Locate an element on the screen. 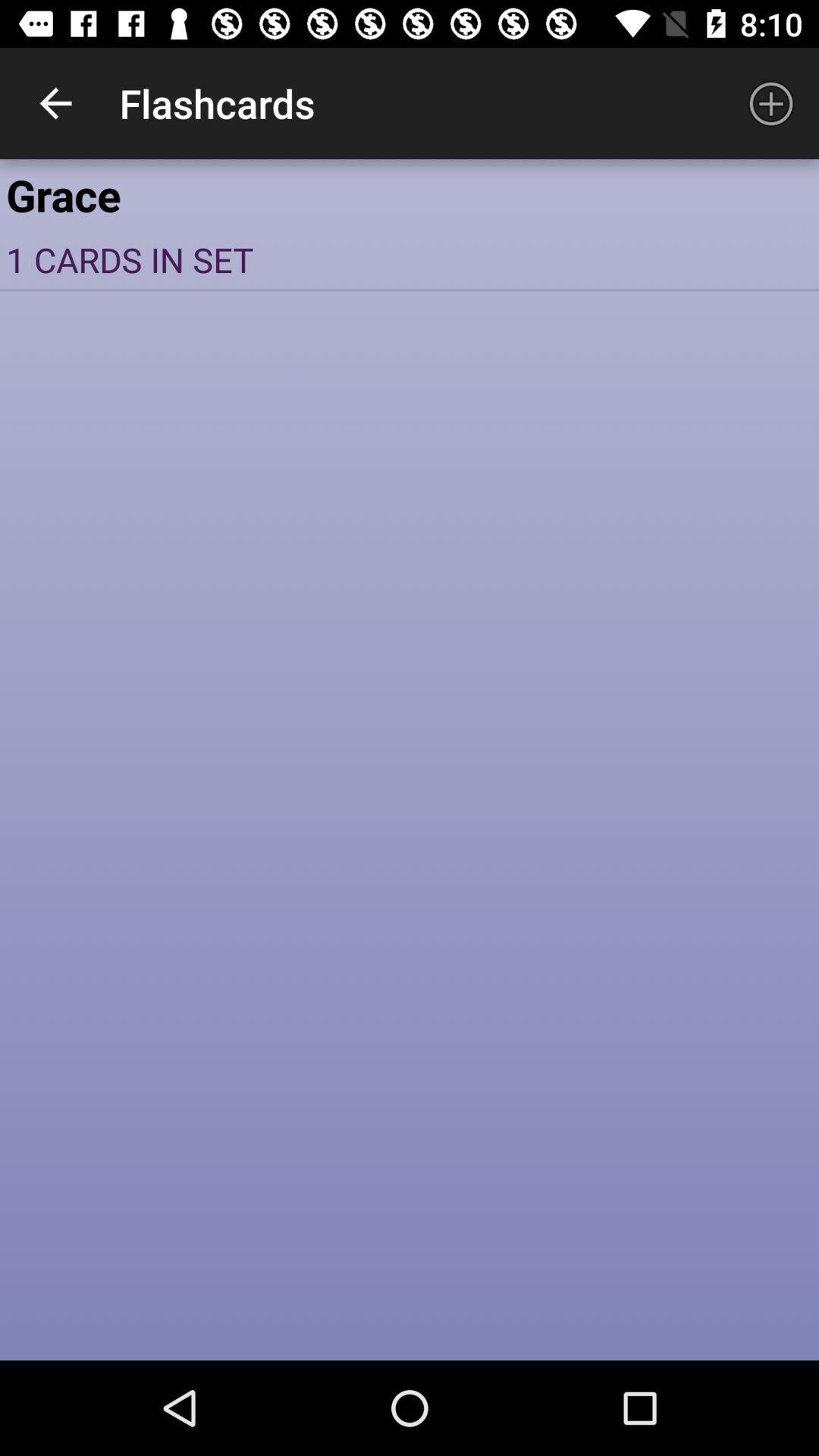 The width and height of the screenshot is (819, 1456). item next to the flashcards app is located at coordinates (771, 102).